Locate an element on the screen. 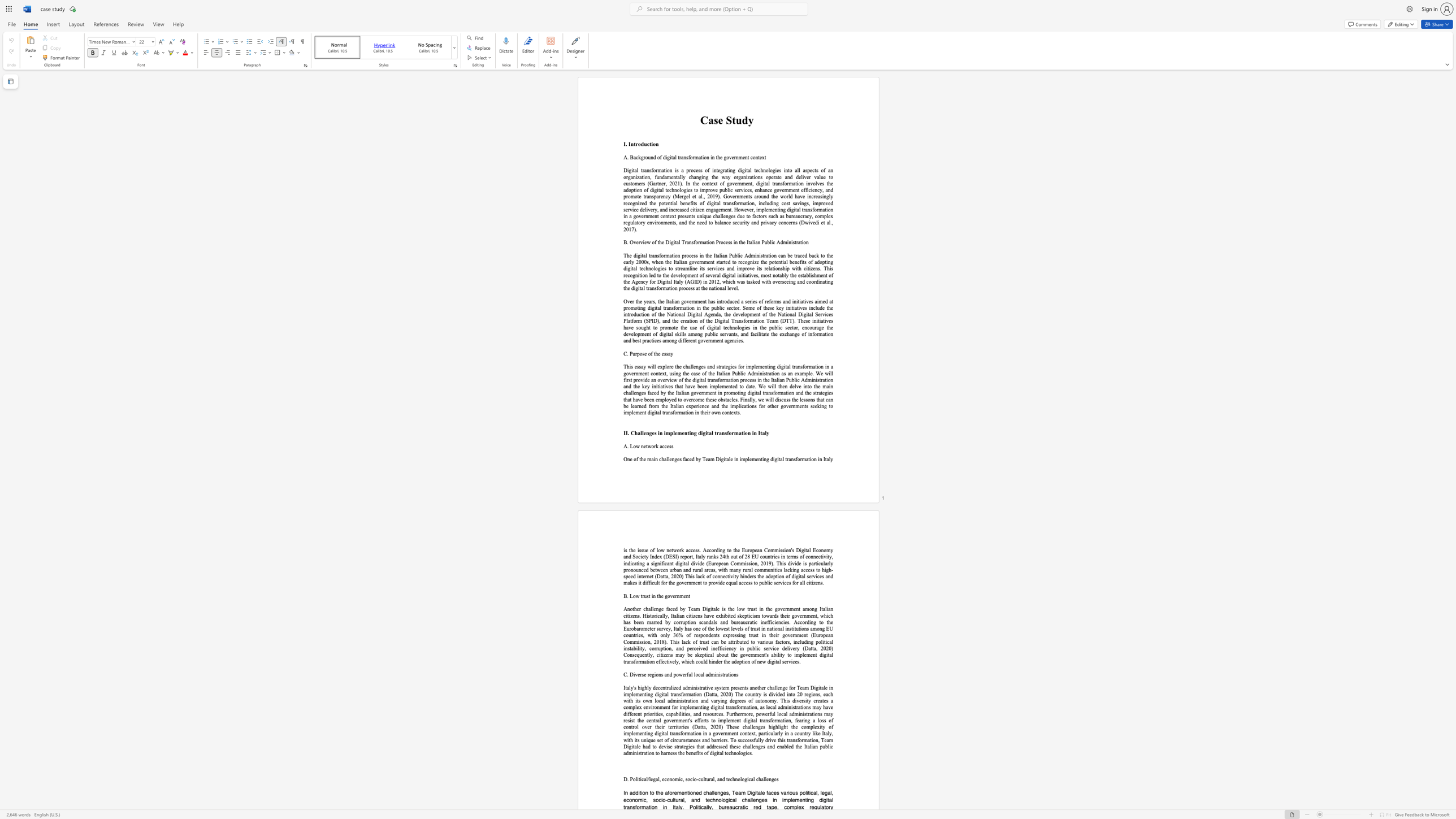 The image size is (1456, 819). the subset text "implementing digital transformation in" within the text "II. Challenges in implementing digital transformation in Italy" is located at coordinates (663, 432).